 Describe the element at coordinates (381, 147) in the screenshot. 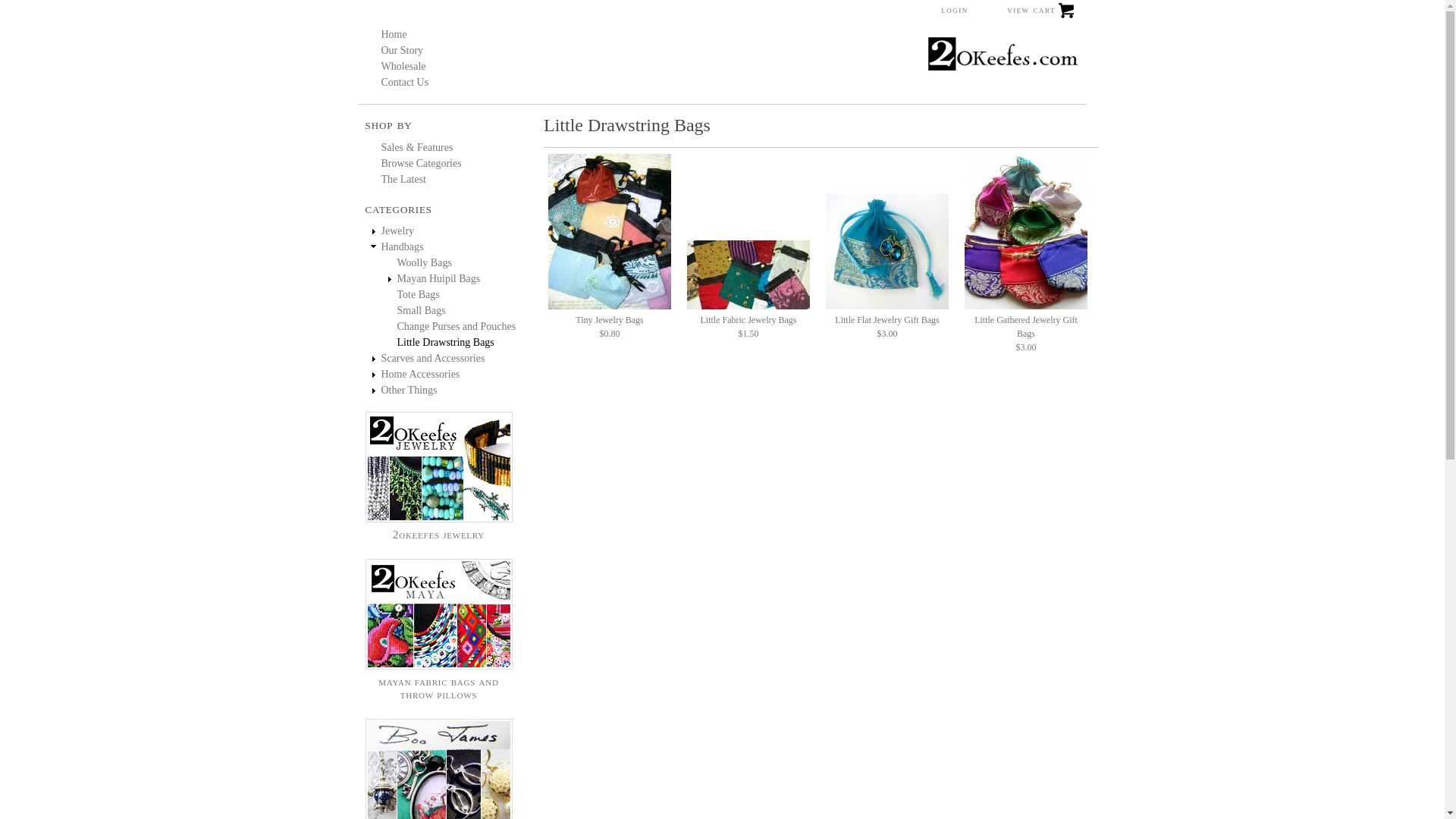

I see `'Sales & Features'` at that location.